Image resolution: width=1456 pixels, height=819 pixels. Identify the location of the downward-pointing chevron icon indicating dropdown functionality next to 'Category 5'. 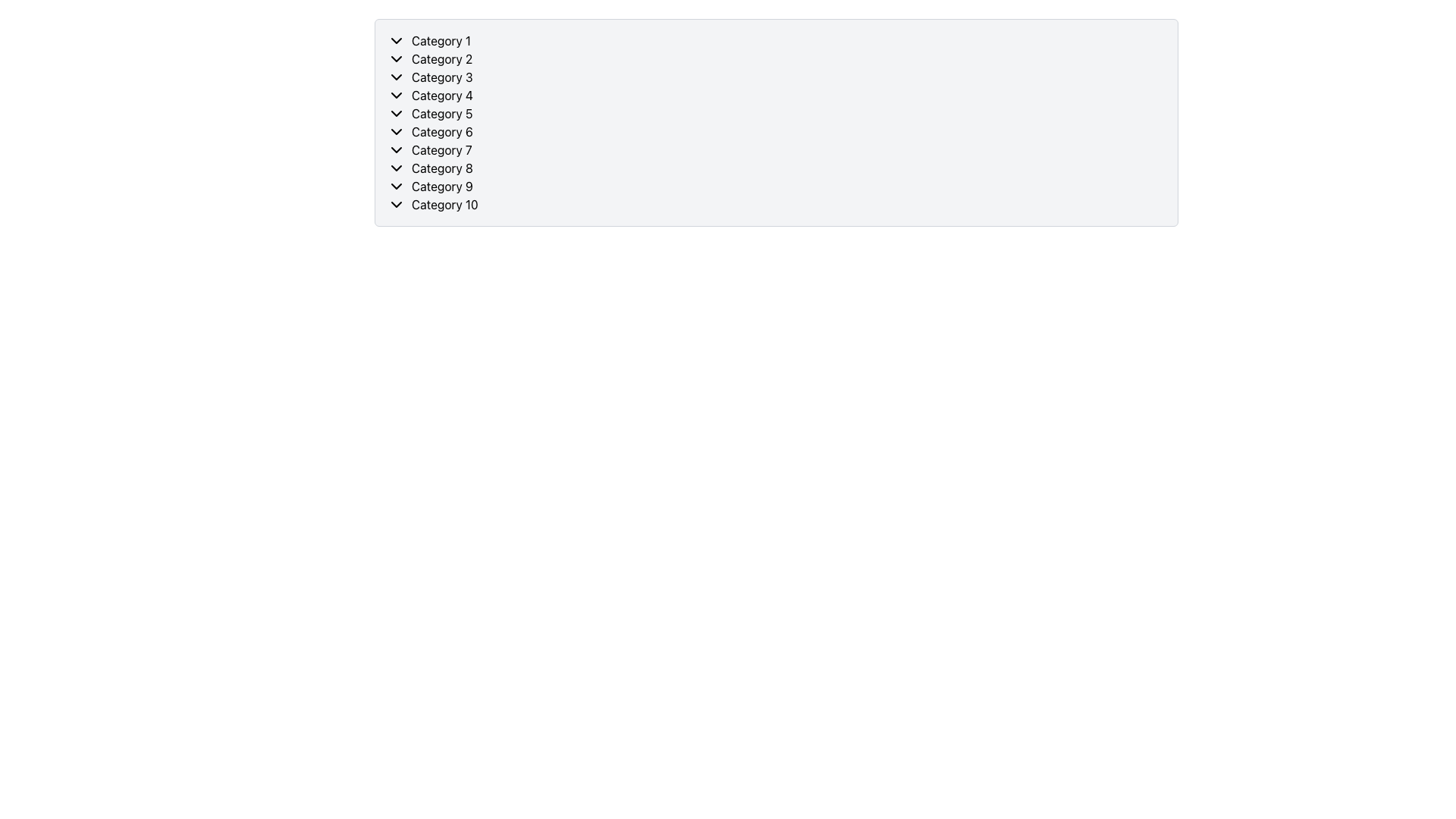
(397, 113).